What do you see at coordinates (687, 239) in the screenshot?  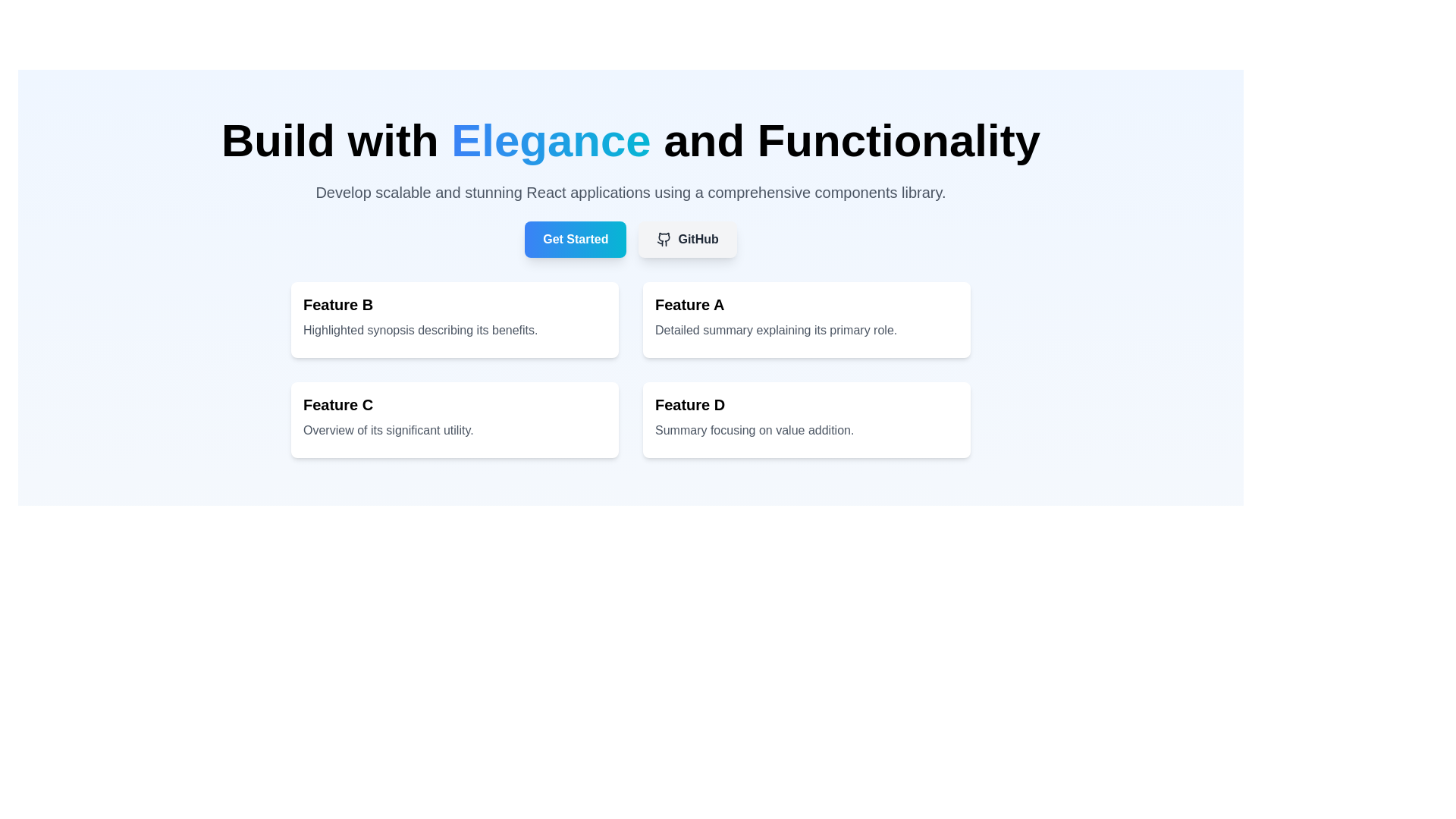 I see `the GitHub button with a light gray background and GitHub icon` at bounding box center [687, 239].